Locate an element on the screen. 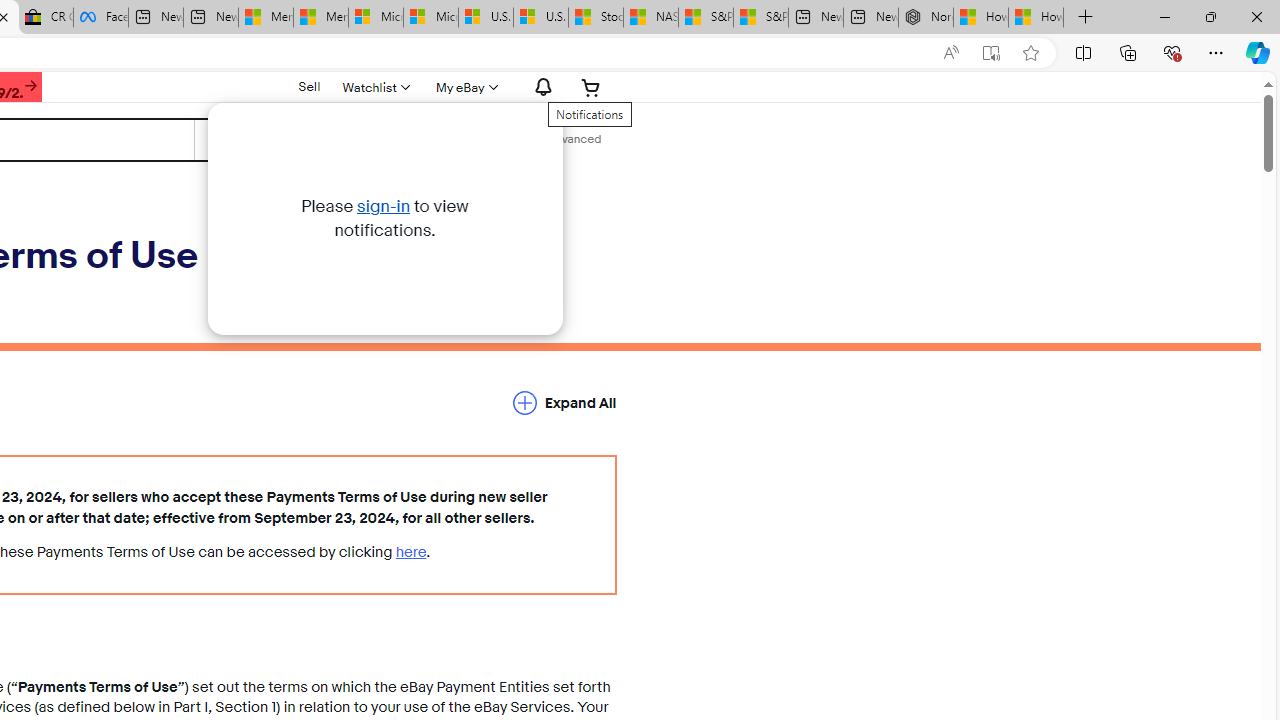 The image size is (1280, 720). 'WatchlistExpand Watch List' is located at coordinates (375, 86).